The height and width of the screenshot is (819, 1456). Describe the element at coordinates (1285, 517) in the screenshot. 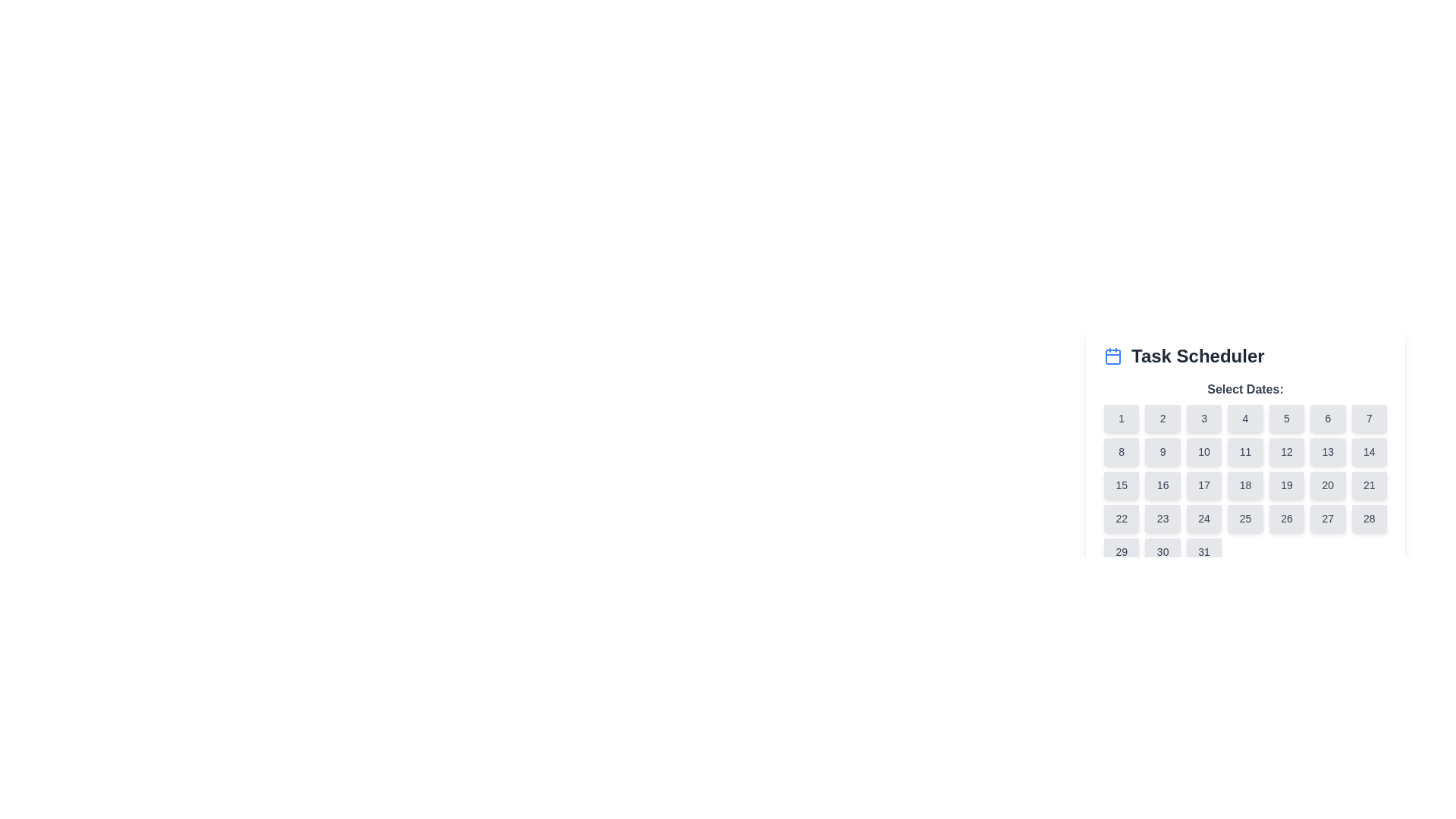

I see `the small rectangular button with rounded corners displaying the number '26'` at that location.